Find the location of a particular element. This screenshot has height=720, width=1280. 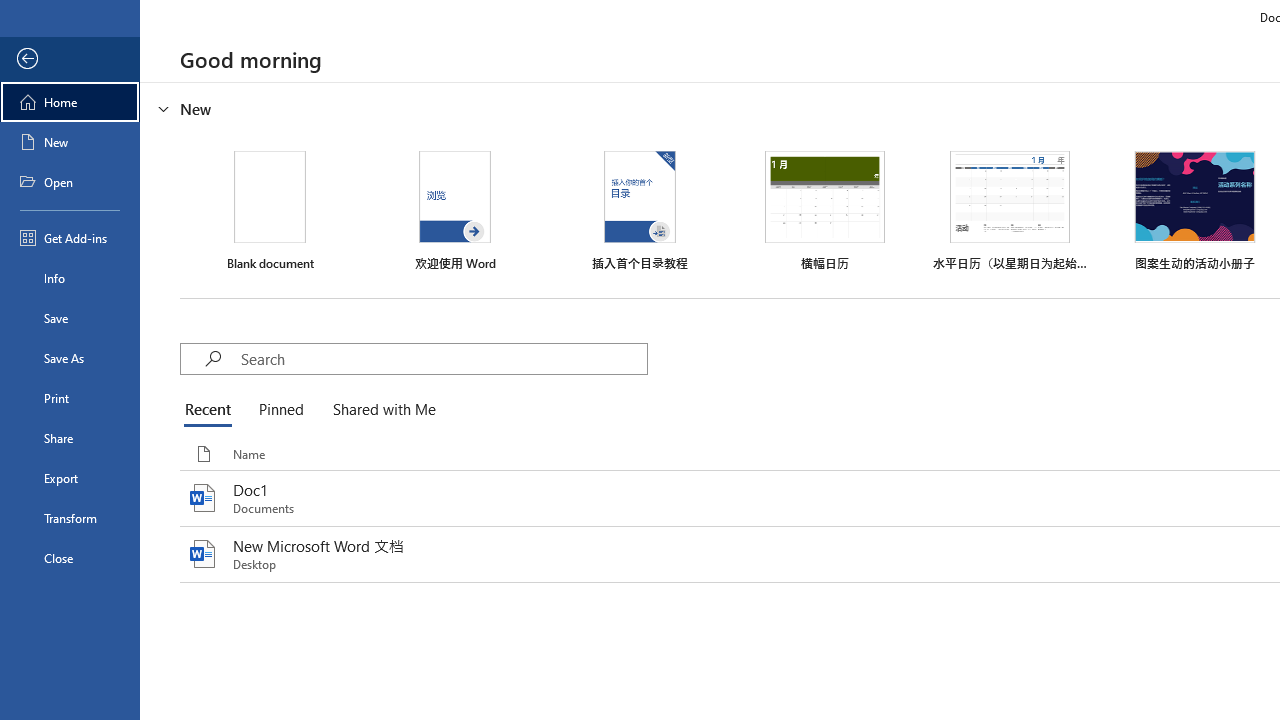

'Print' is located at coordinates (69, 398).